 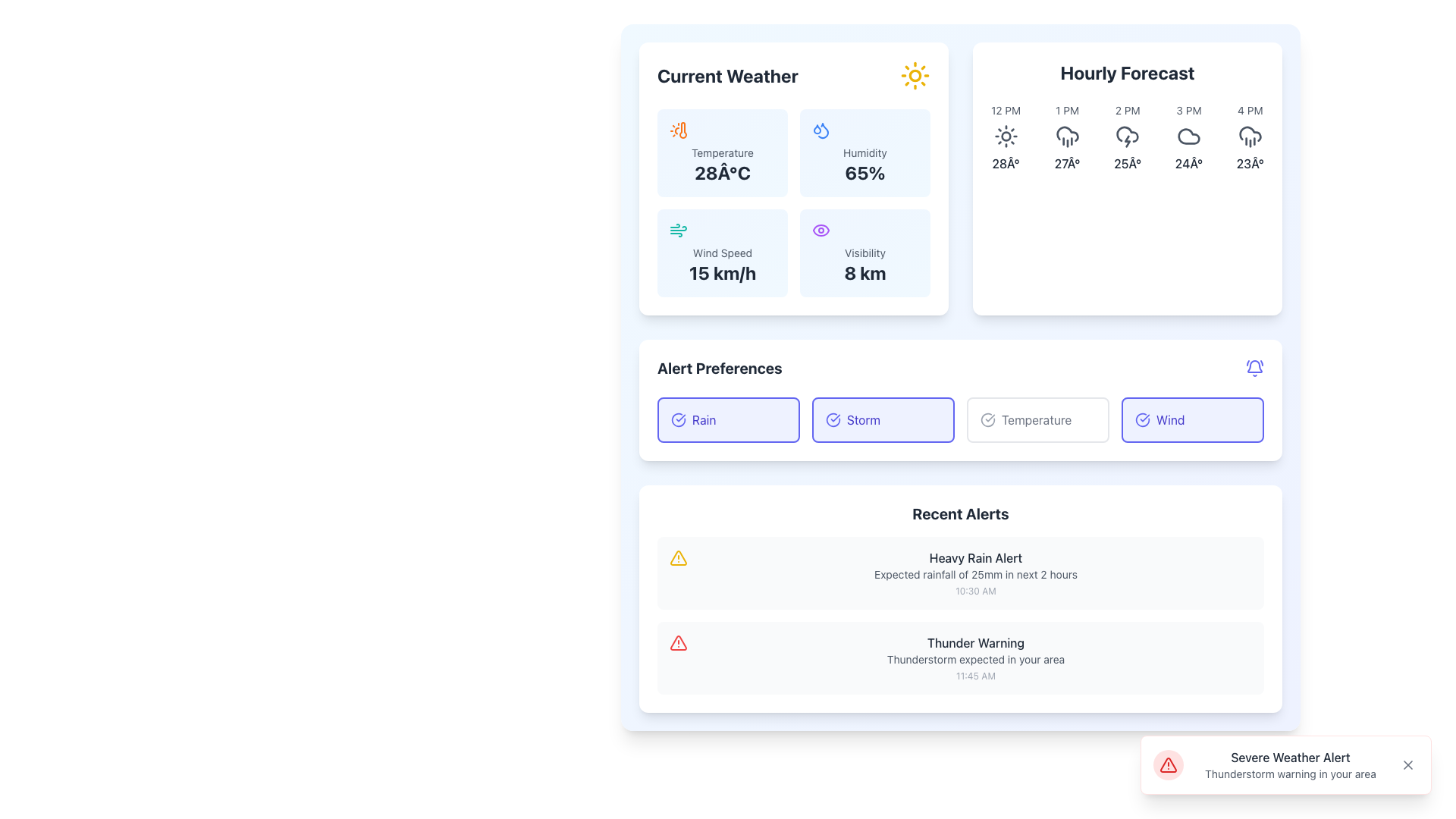 What do you see at coordinates (722, 253) in the screenshot?
I see `the 'Wind Speed' text label, which is styled with a small font size and gray color, located within a weather information card` at bounding box center [722, 253].